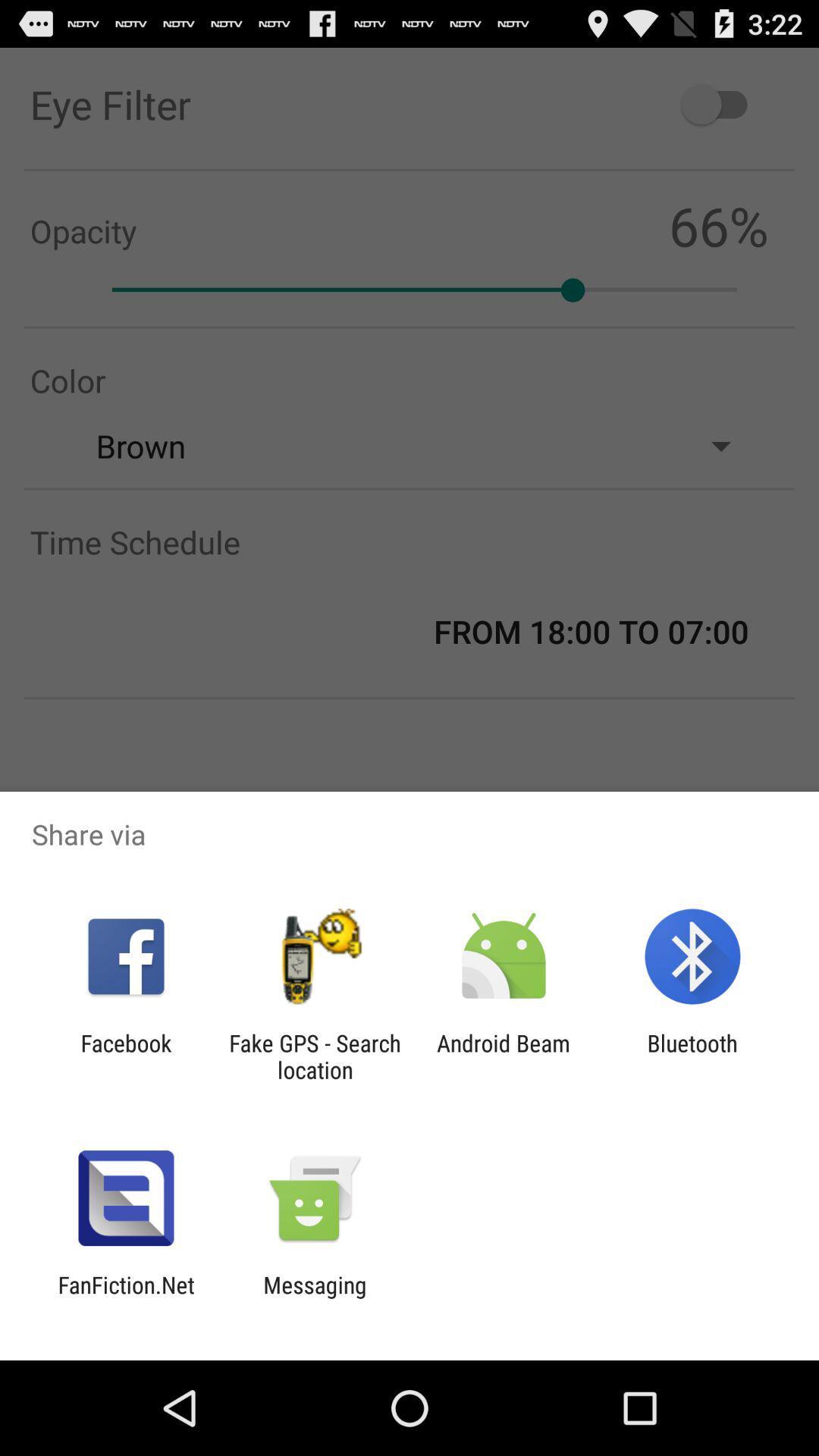 This screenshot has height=1456, width=819. What do you see at coordinates (504, 1056) in the screenshot?
I see `app to the left of the bluetooth` at bounding box center [504, 1056].